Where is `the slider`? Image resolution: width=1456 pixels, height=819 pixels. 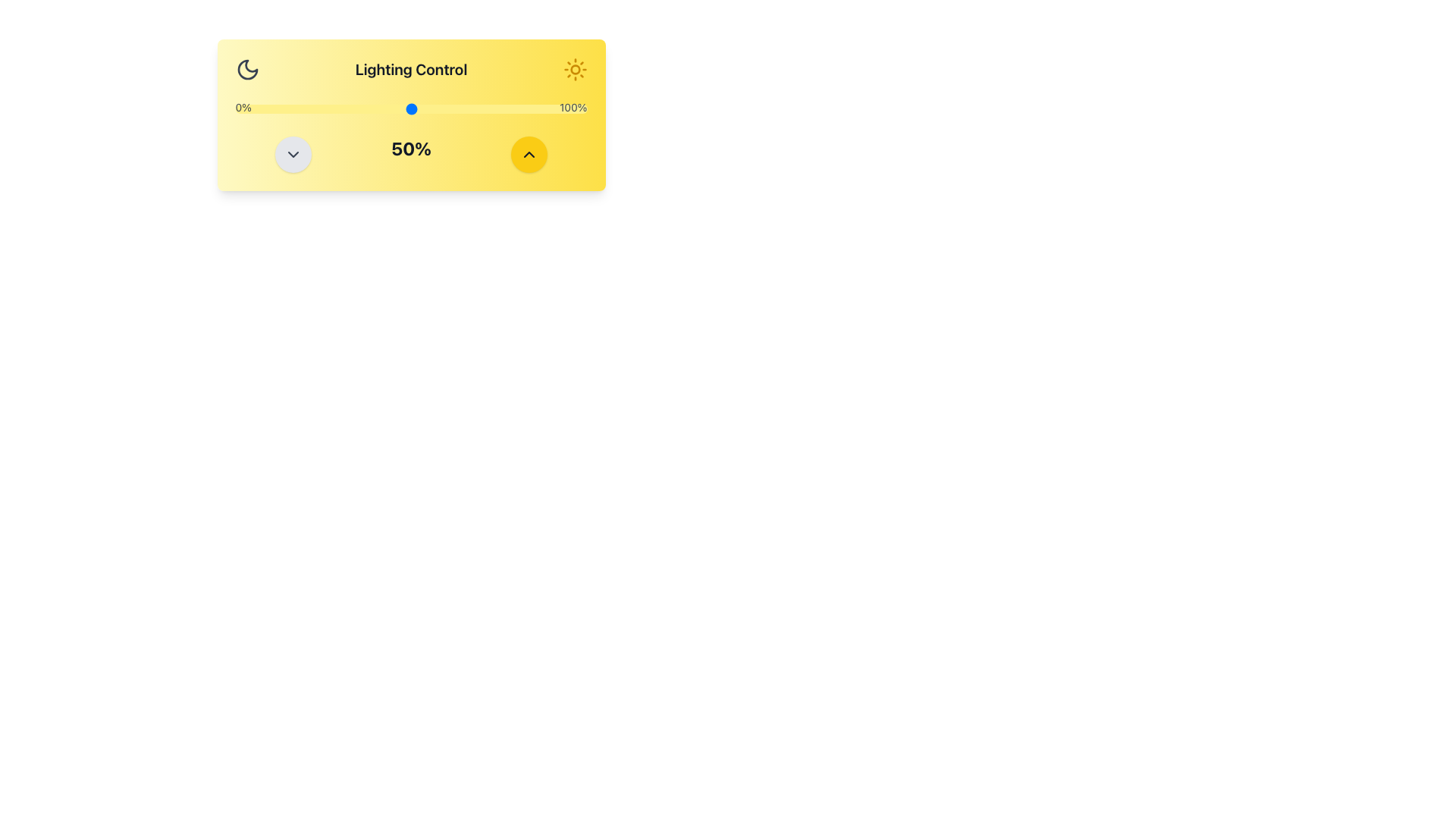 the slider is located at coordinates (267, 108).